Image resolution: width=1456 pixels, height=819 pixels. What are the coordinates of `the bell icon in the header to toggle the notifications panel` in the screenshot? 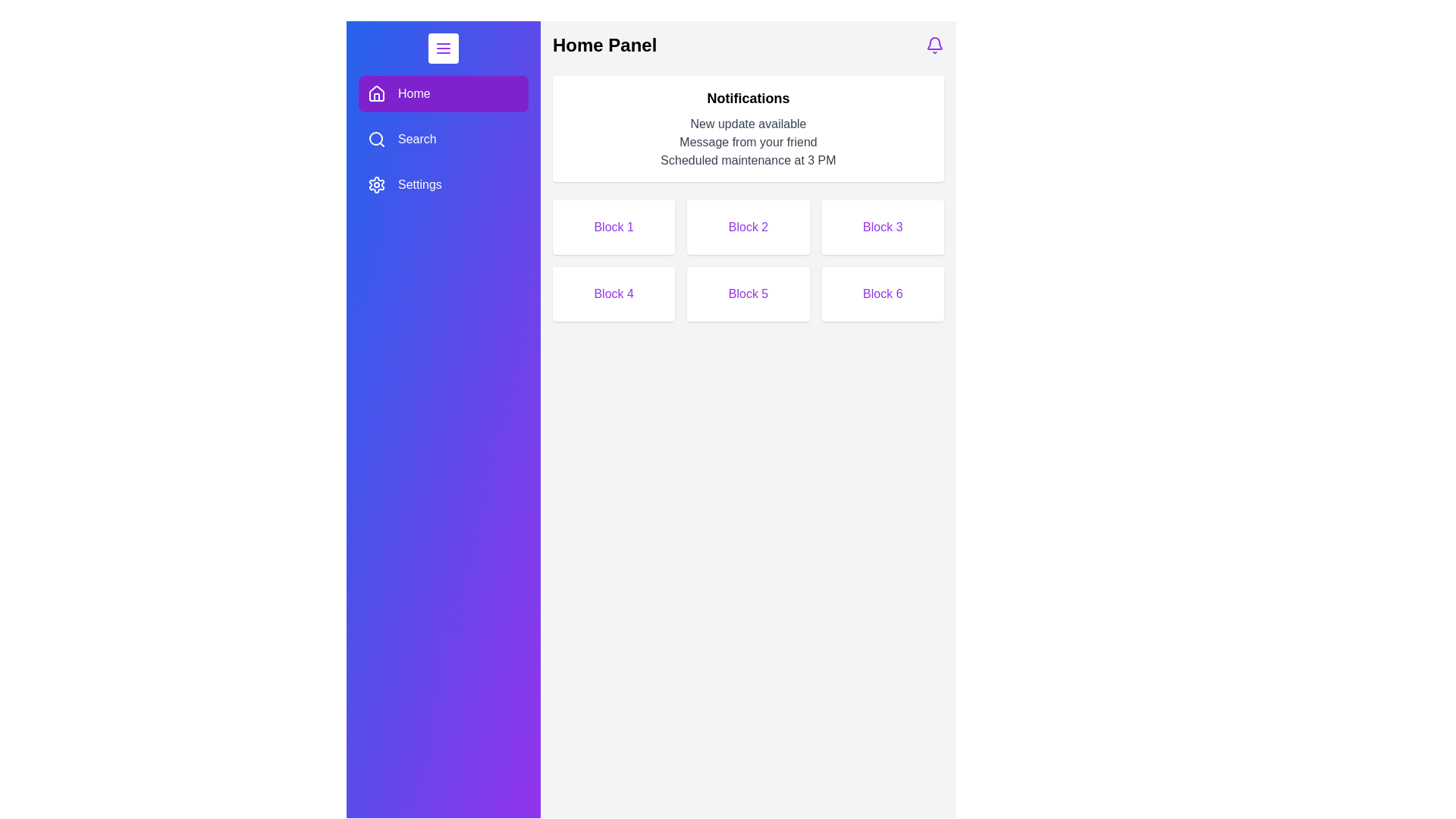 It's located at (934, 45).